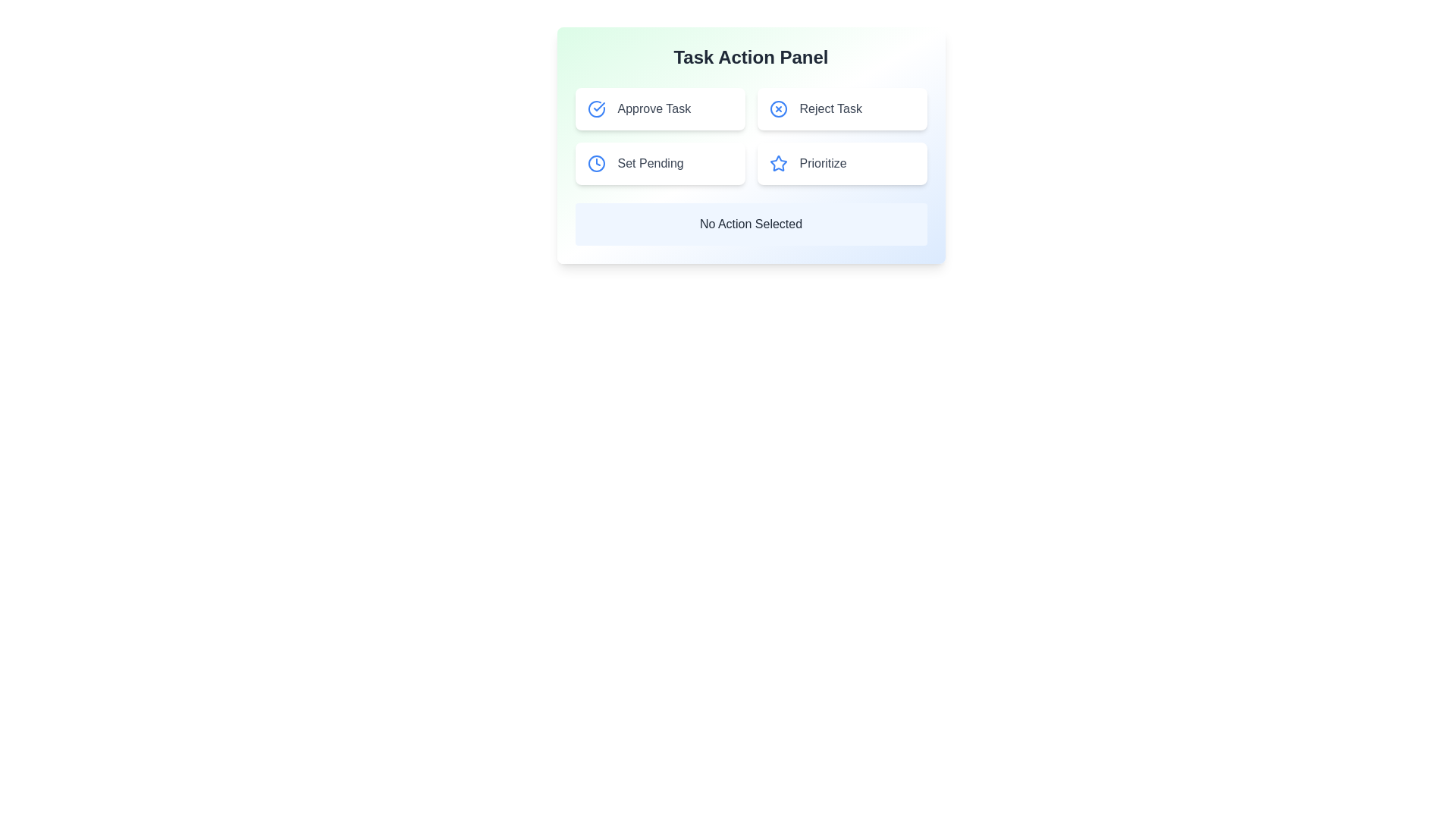 The image size is (1456, 819). What do you see at coordinates (598, 106) in the screenshot?
I see `the checkmark icon within the 'Approve Task' button located in the top-left section of the interface` at bounding box center [598, 106].